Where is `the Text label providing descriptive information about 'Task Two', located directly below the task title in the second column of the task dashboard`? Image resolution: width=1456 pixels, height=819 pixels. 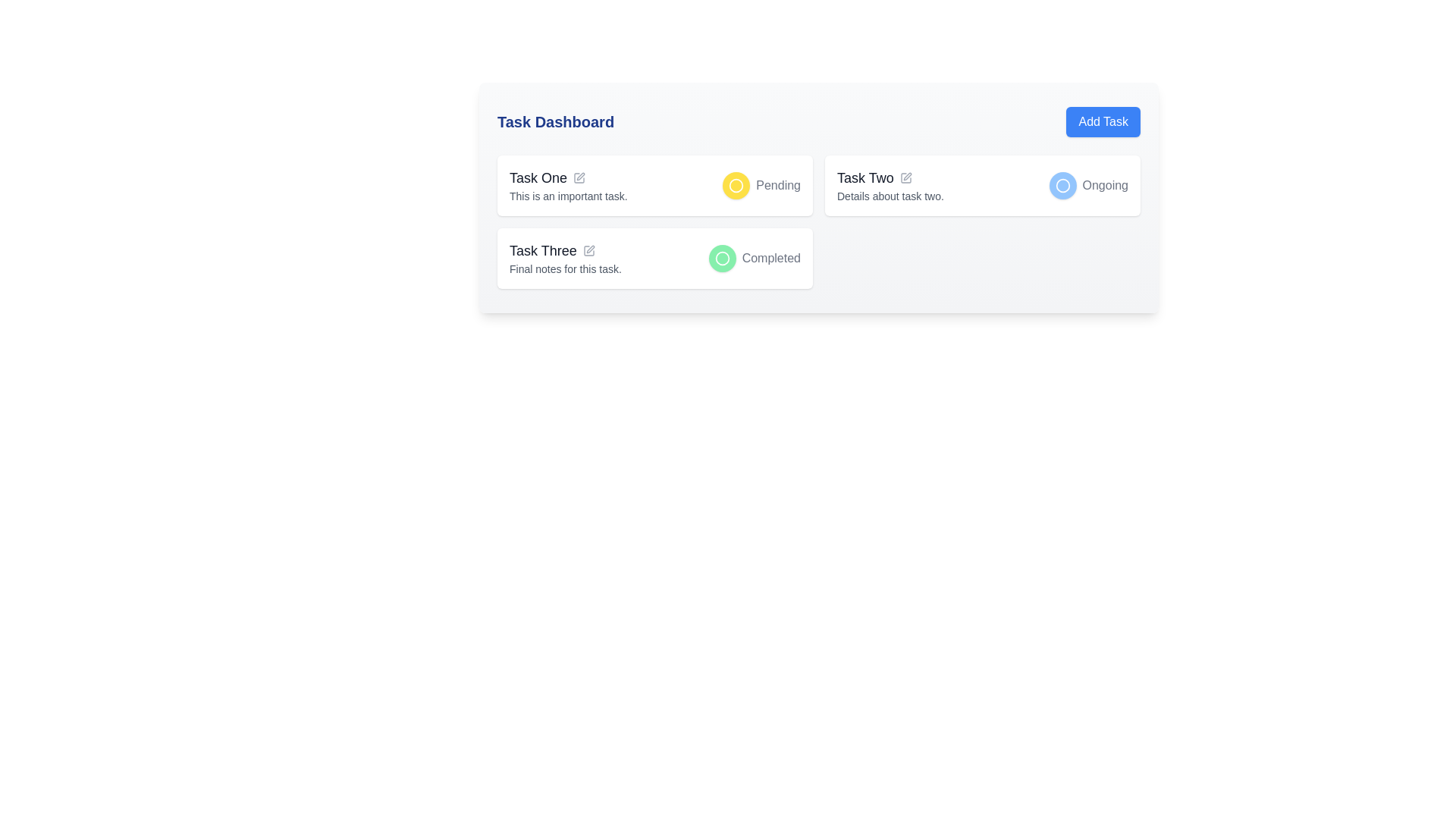 the Text label providing descriptive information about 'Task Two', located directly below the task title in the second column of the task dashboard is located at coordinates (890, 195).